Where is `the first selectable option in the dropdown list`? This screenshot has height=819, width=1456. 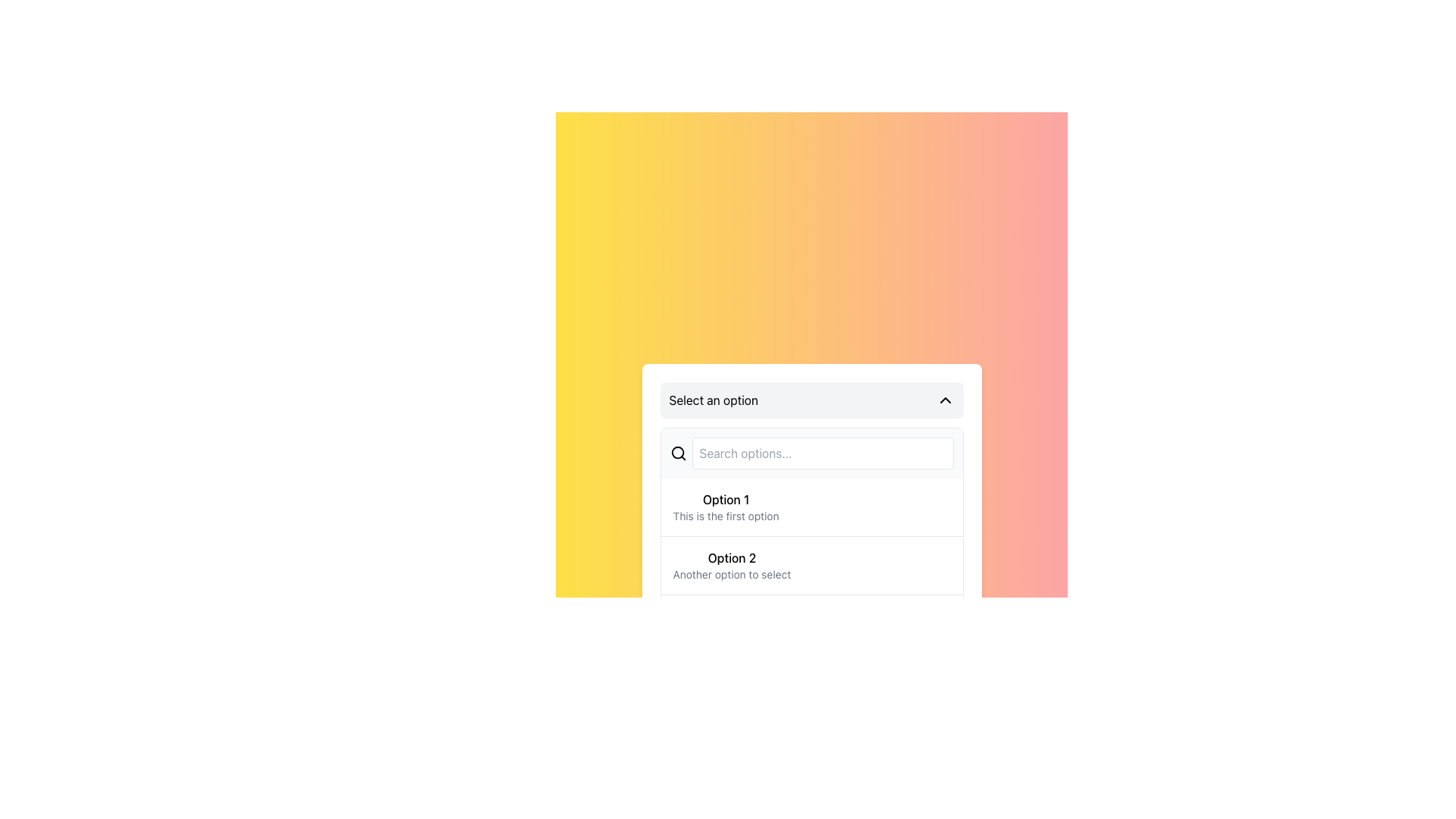 the first selectable option in the dropdown list is located at coordinates (725, 507).